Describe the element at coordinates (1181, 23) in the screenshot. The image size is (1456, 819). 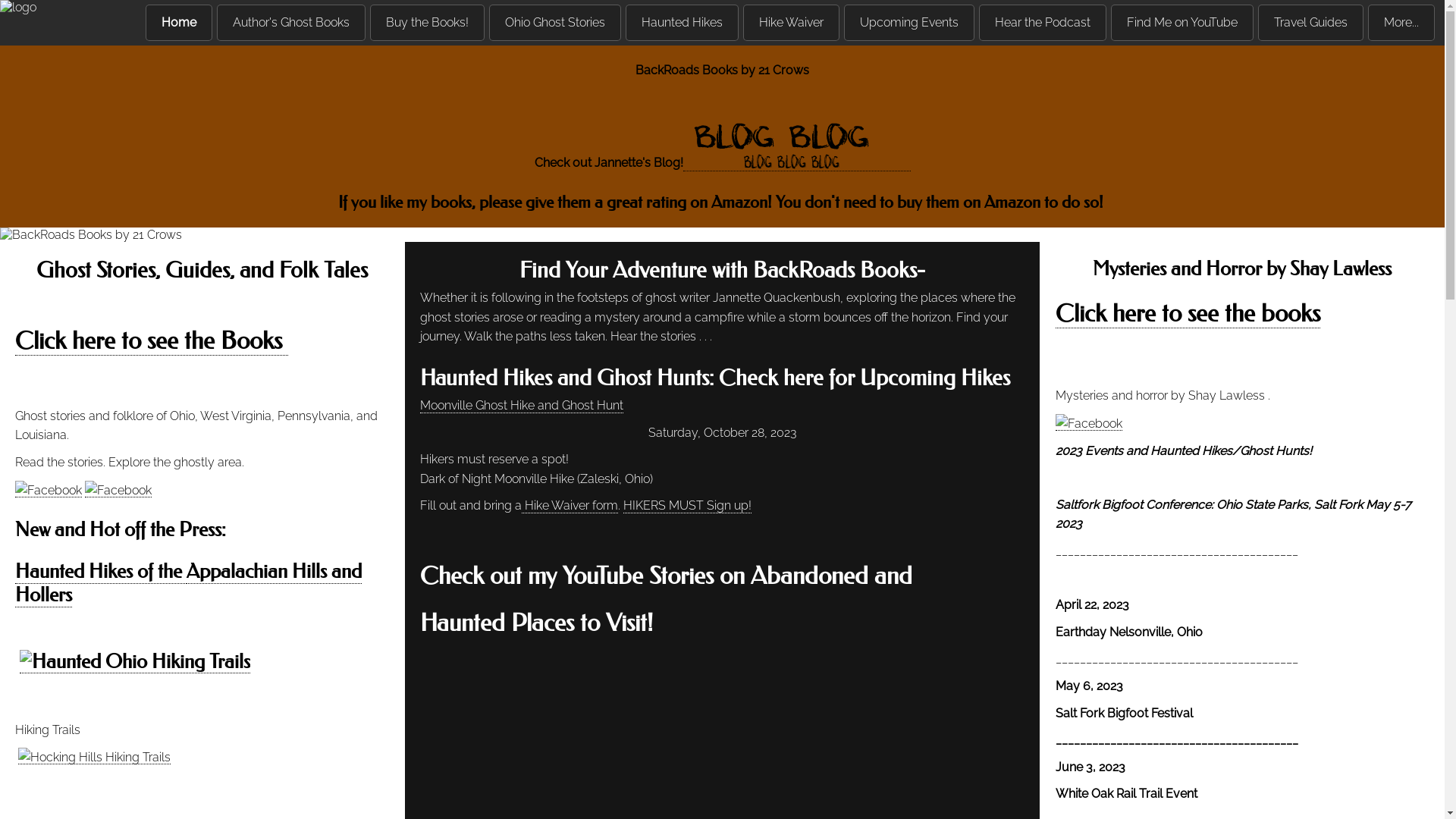
I see `'Find Me on YouTube'` at that location.